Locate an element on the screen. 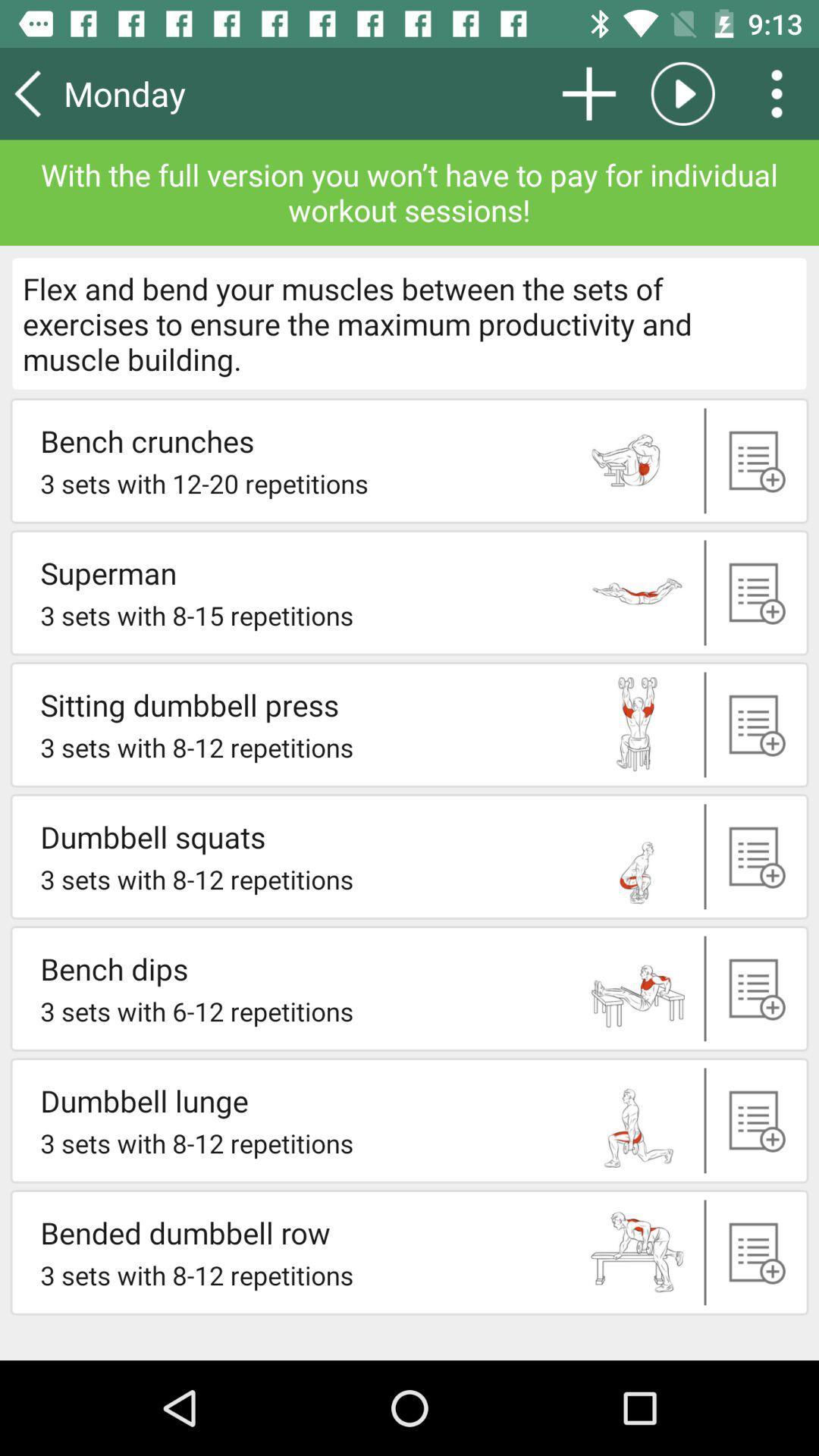  the add icon is located at coordinates (588, 93).